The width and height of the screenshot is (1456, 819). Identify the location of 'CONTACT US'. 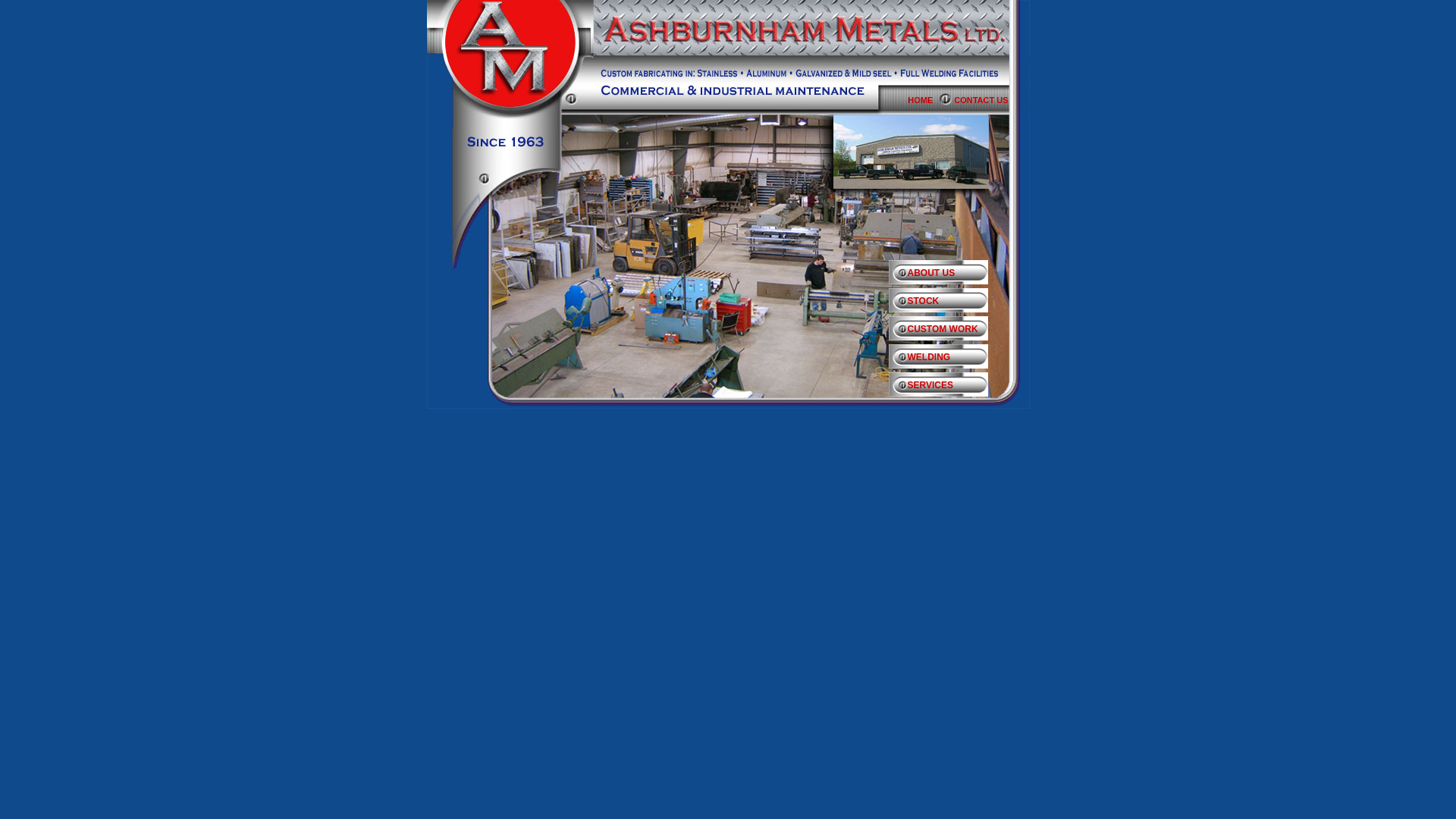
(952, 99).